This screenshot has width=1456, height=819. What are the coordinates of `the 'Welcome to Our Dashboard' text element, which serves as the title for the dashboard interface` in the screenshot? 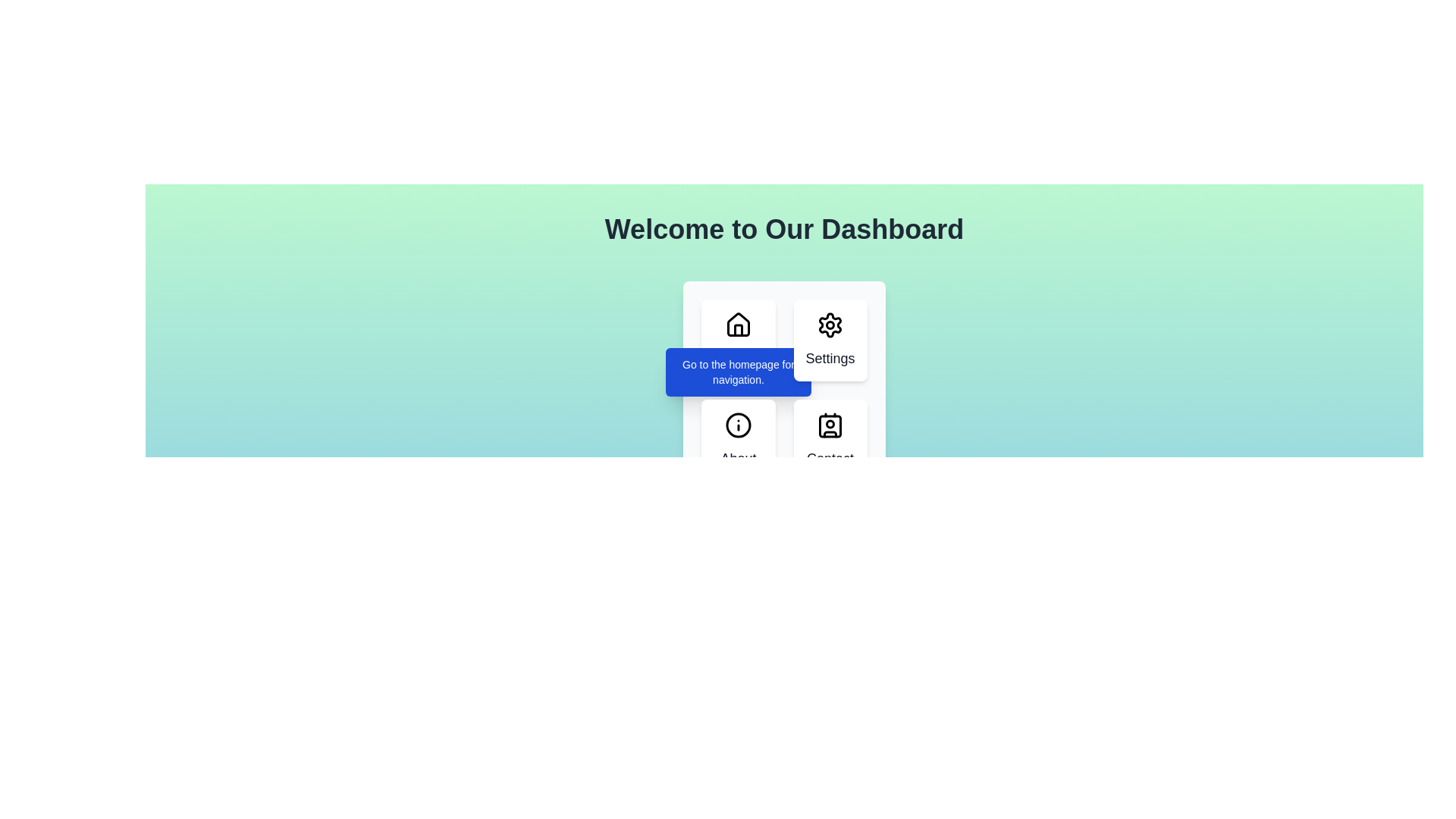 It's located at (784, 230).